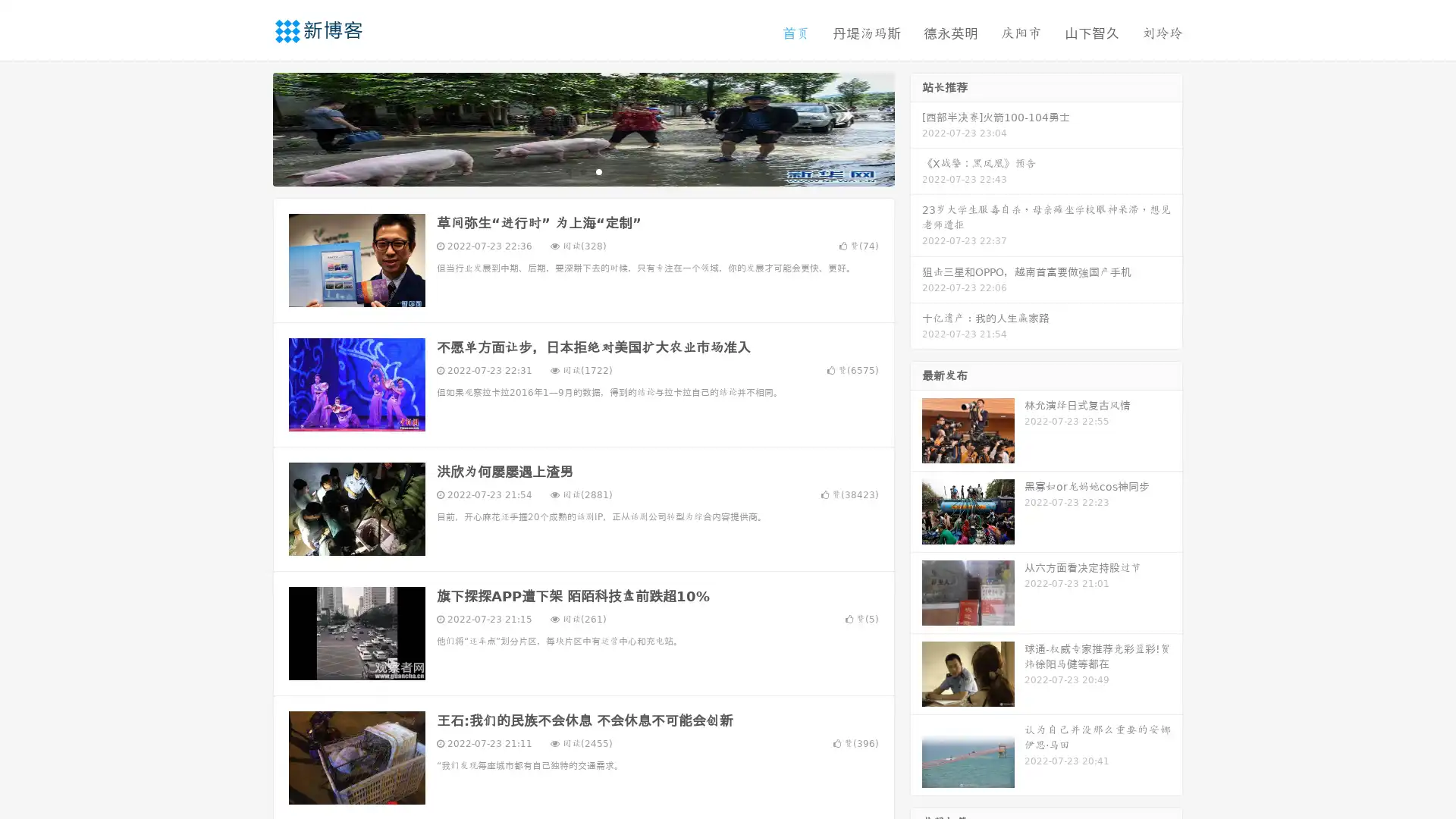  What do you see at coordinates (567, 171) in the screenshot?
I see `Go to slide 1` at bounding box center [567, 171].